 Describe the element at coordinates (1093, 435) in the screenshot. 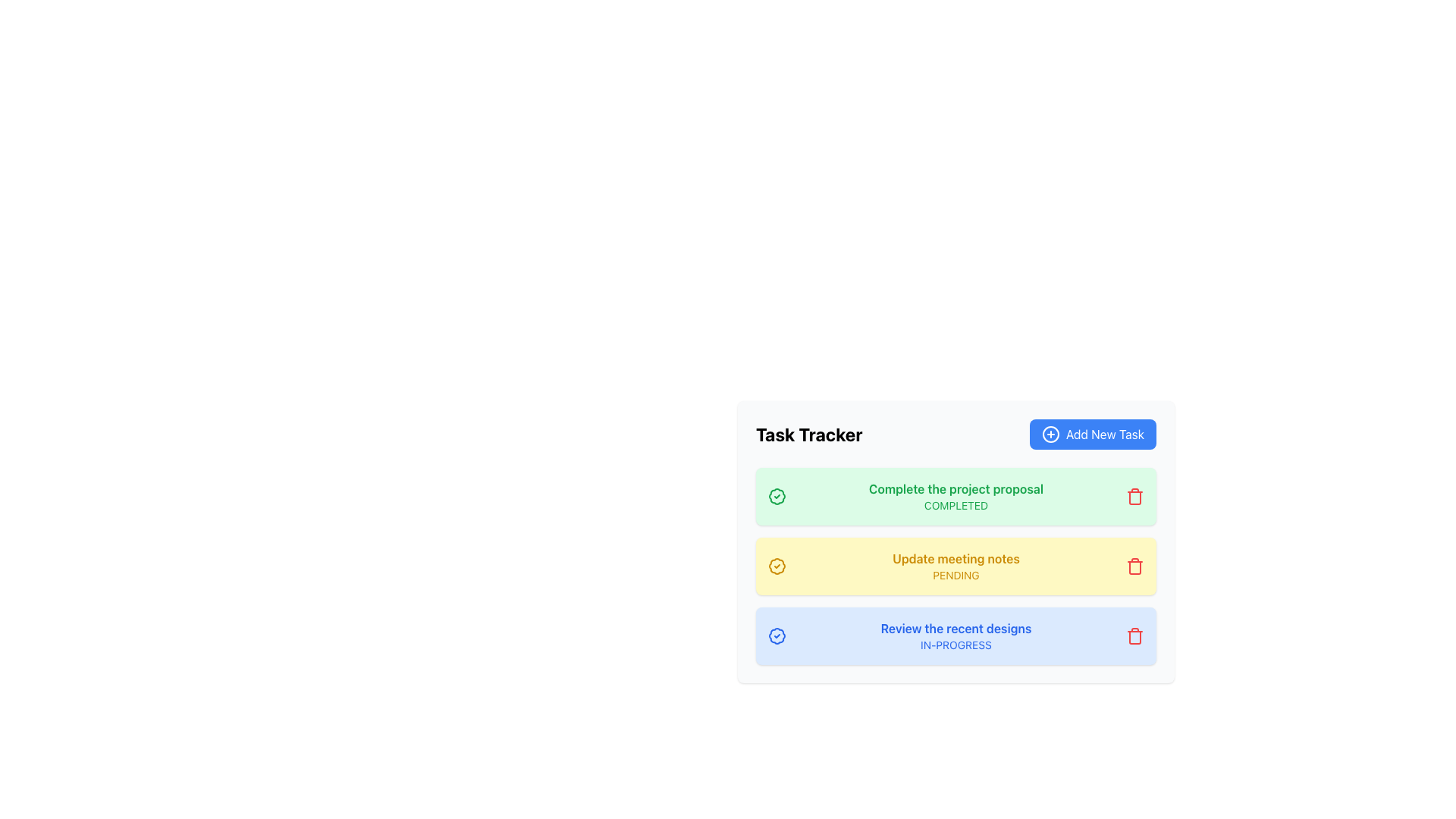

I see `the 'Add Task' button located at the top-right corner of the 'Task Tracker' interface` at that location.